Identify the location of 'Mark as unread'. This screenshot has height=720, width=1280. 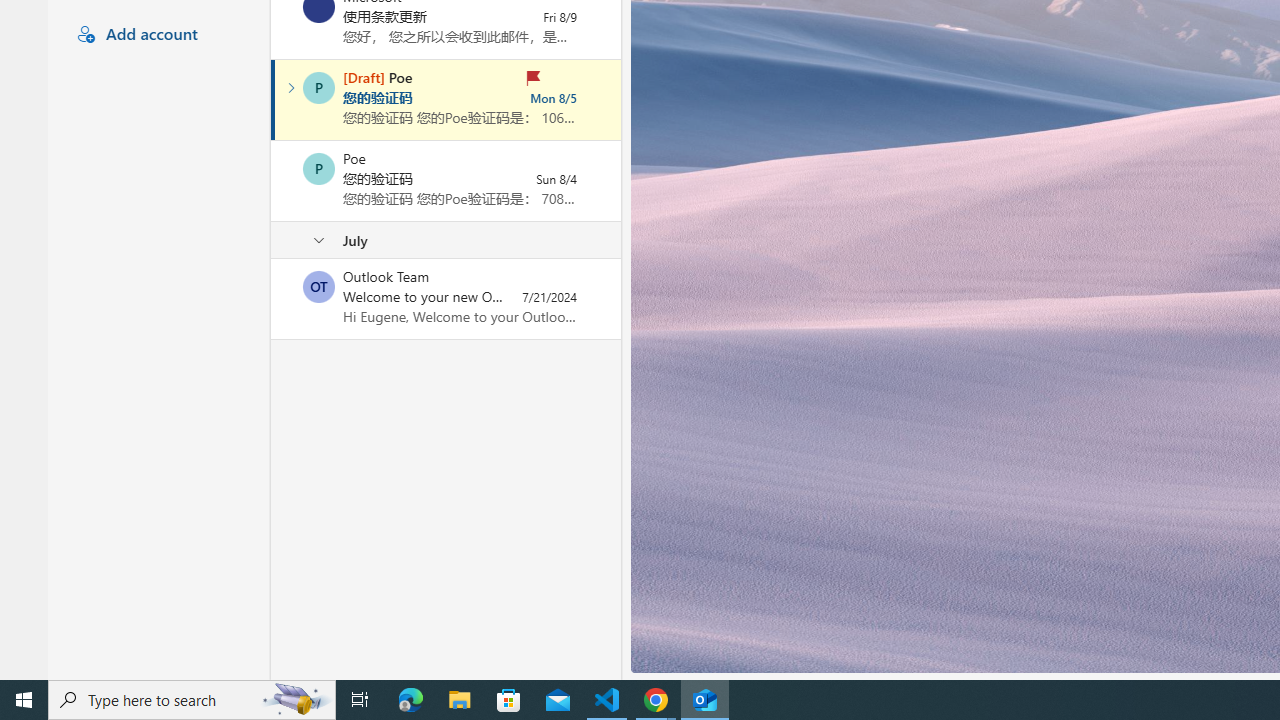
(272, 299).